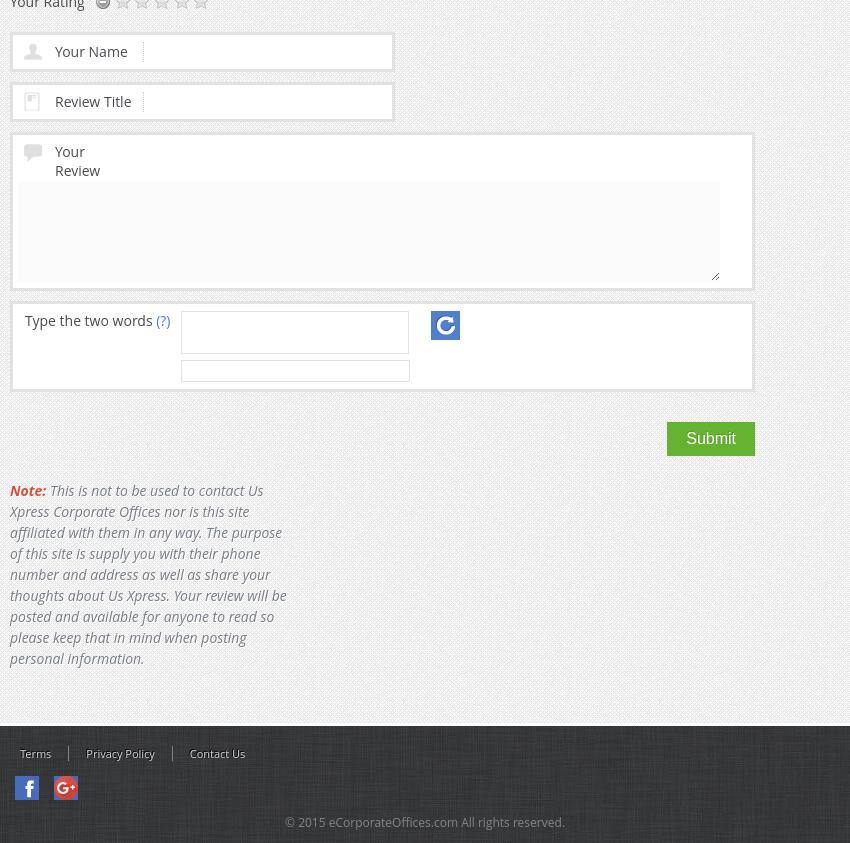 The width and height of the screenshot is (850, 843). Describe the element at coordinates (424, 822) in the screenshot. I see `'© 2015 eCorporateOffices.com All rights reserved.'` at that location.